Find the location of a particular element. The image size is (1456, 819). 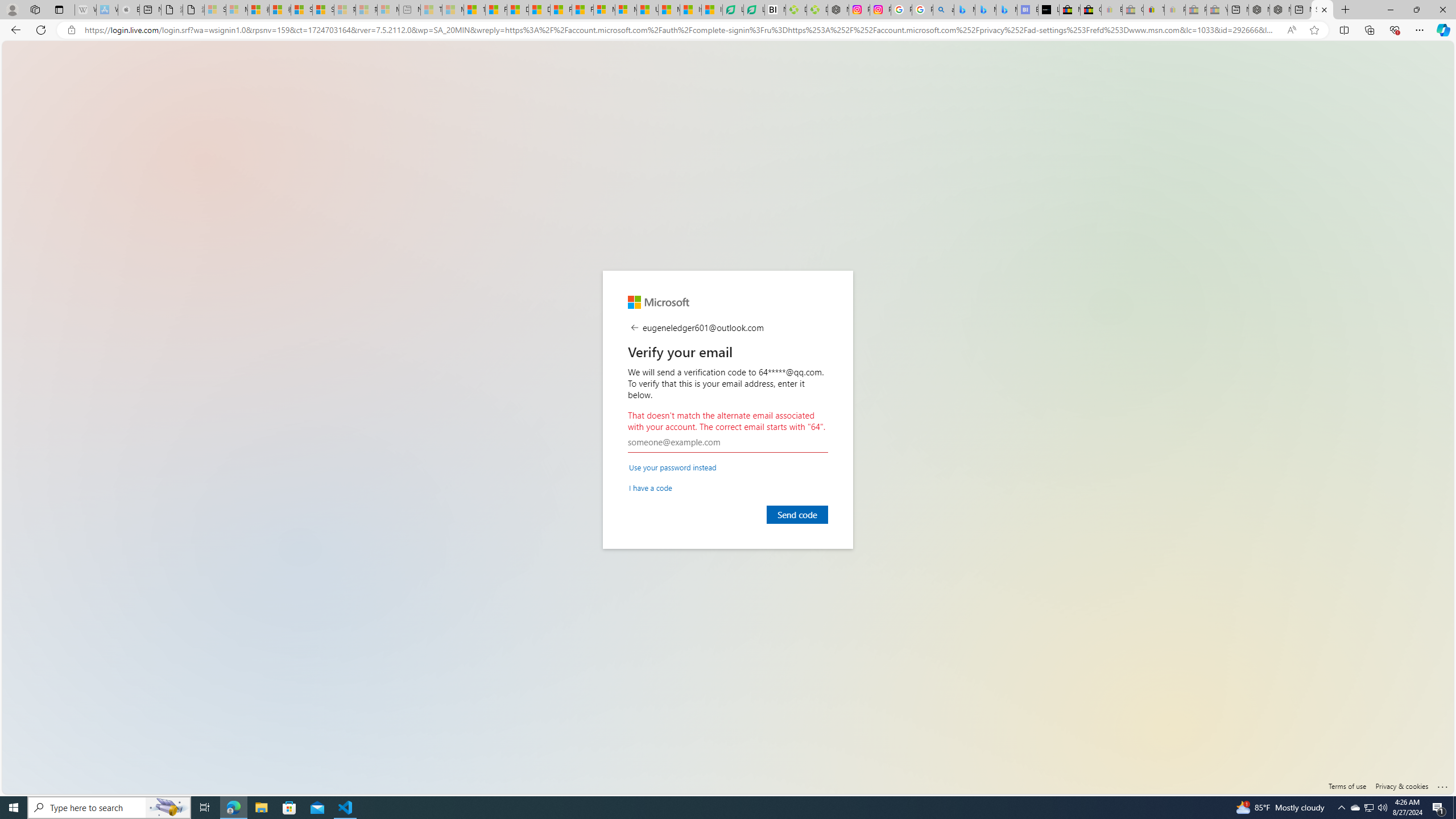

'Press Room - eBay Inc. - Sleeping' is located at coordinates (1196, 9).